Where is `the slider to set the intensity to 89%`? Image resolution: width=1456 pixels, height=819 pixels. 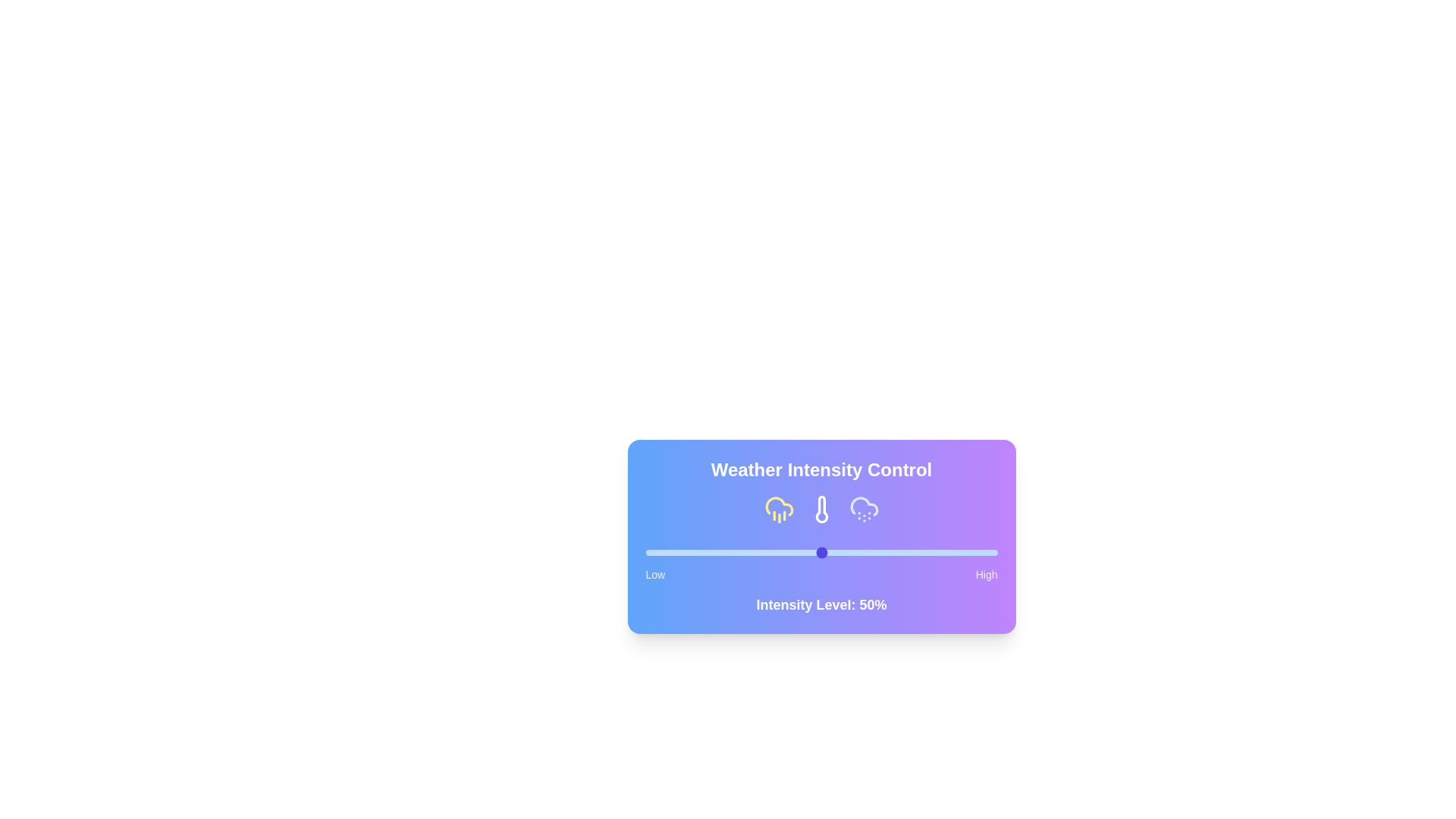
the slider to set the intensity to 89% is located at coordinates (958, 553).